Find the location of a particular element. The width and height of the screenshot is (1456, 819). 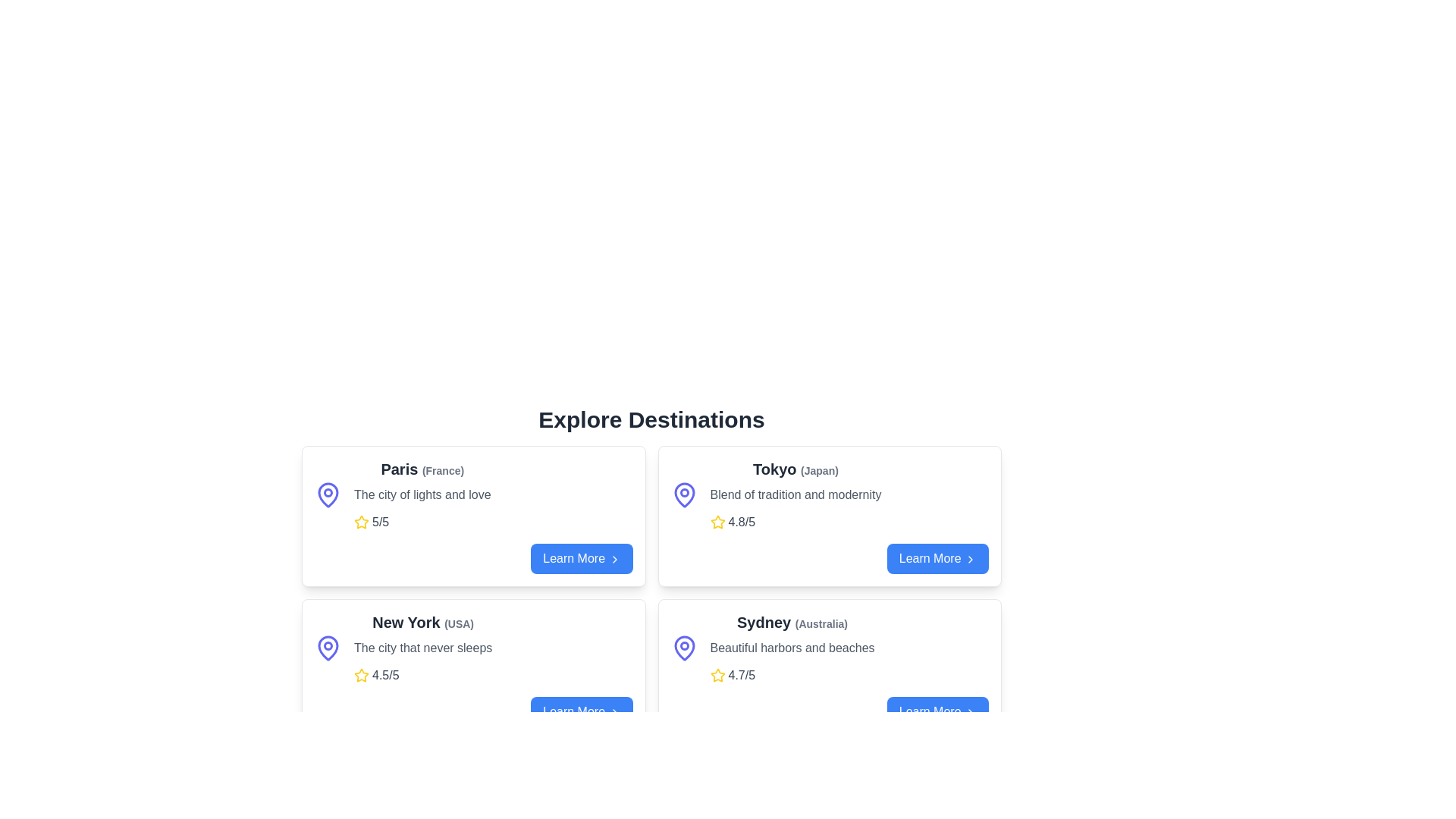

the blue button in the bottom-right corner of the New York information card is located at coordinates (472, 711).